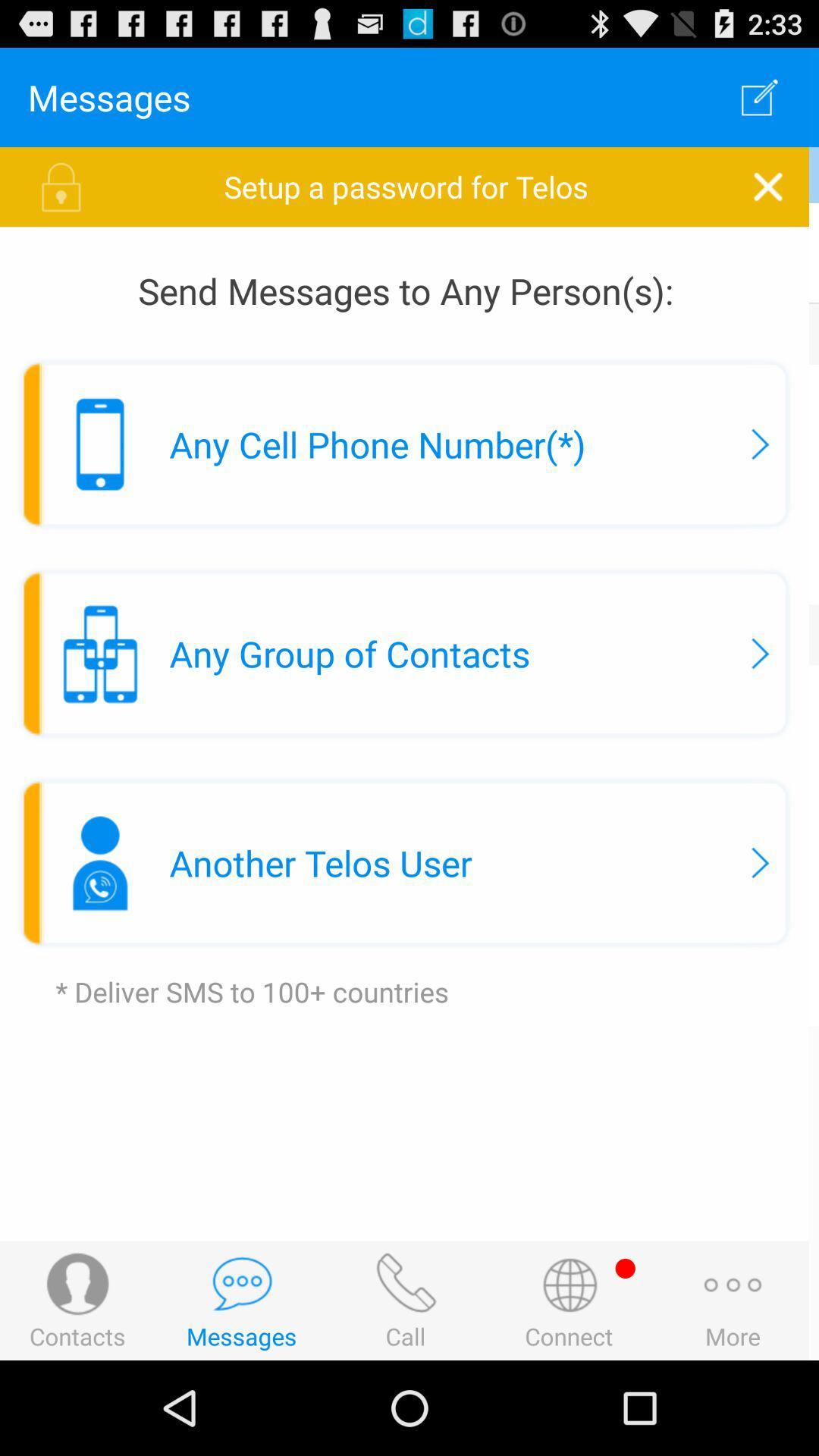 The width and height of the screenshot is (819, 1456). I want to click on the item above setup a password item, so click(764, 96).